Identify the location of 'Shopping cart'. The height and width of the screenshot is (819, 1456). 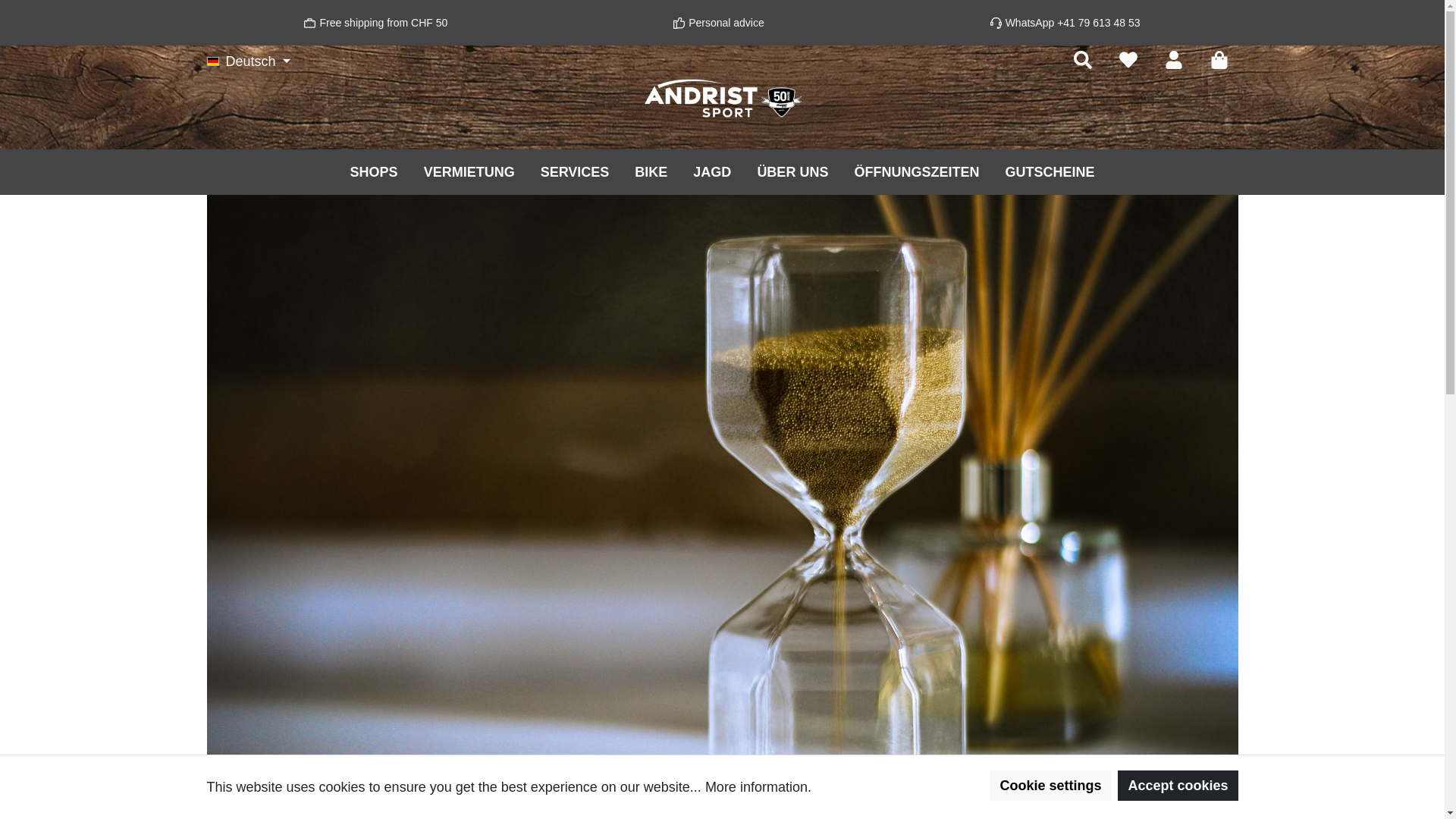
(1219, 58).